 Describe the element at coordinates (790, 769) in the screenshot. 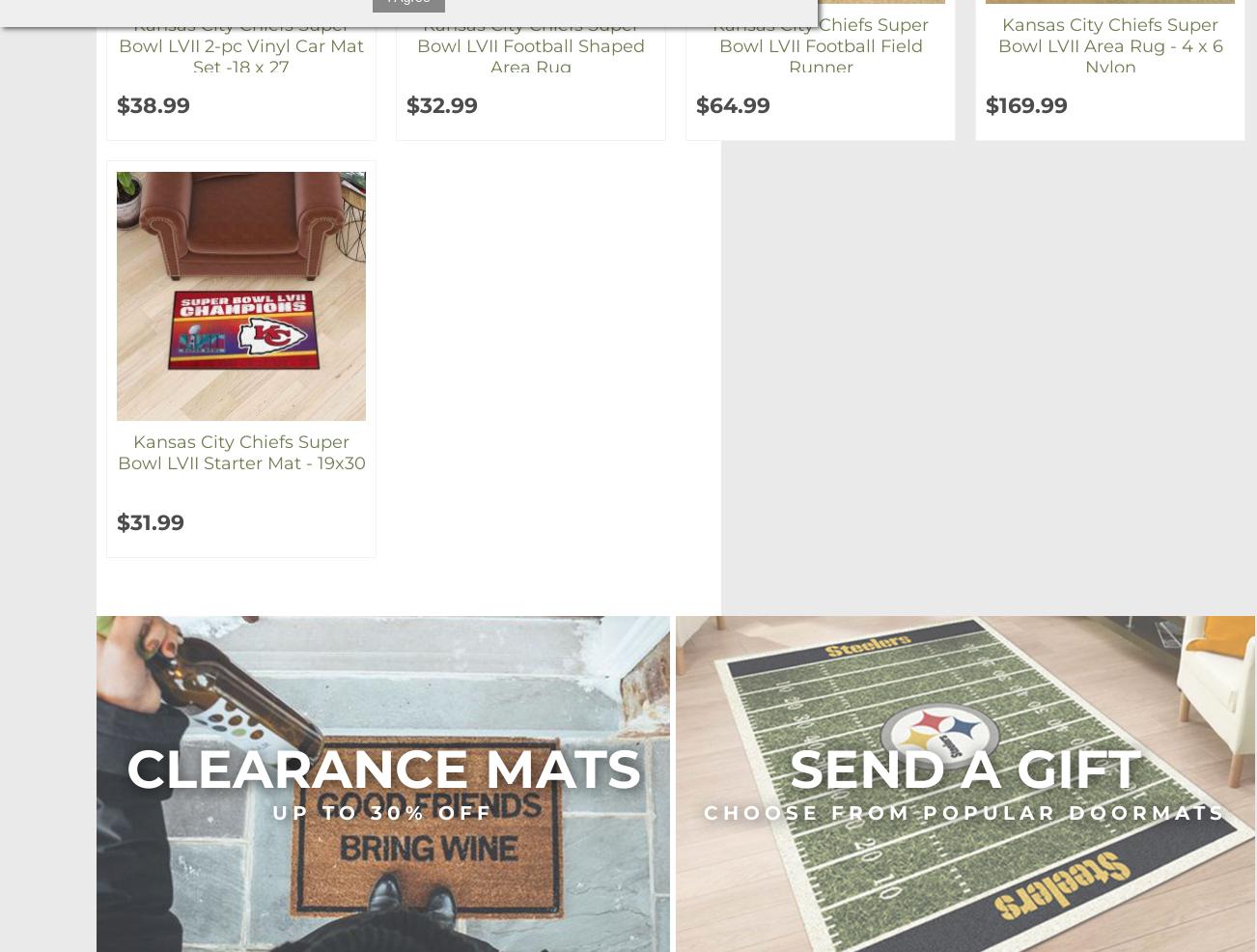

I see `'Send a Gift'` at that location.